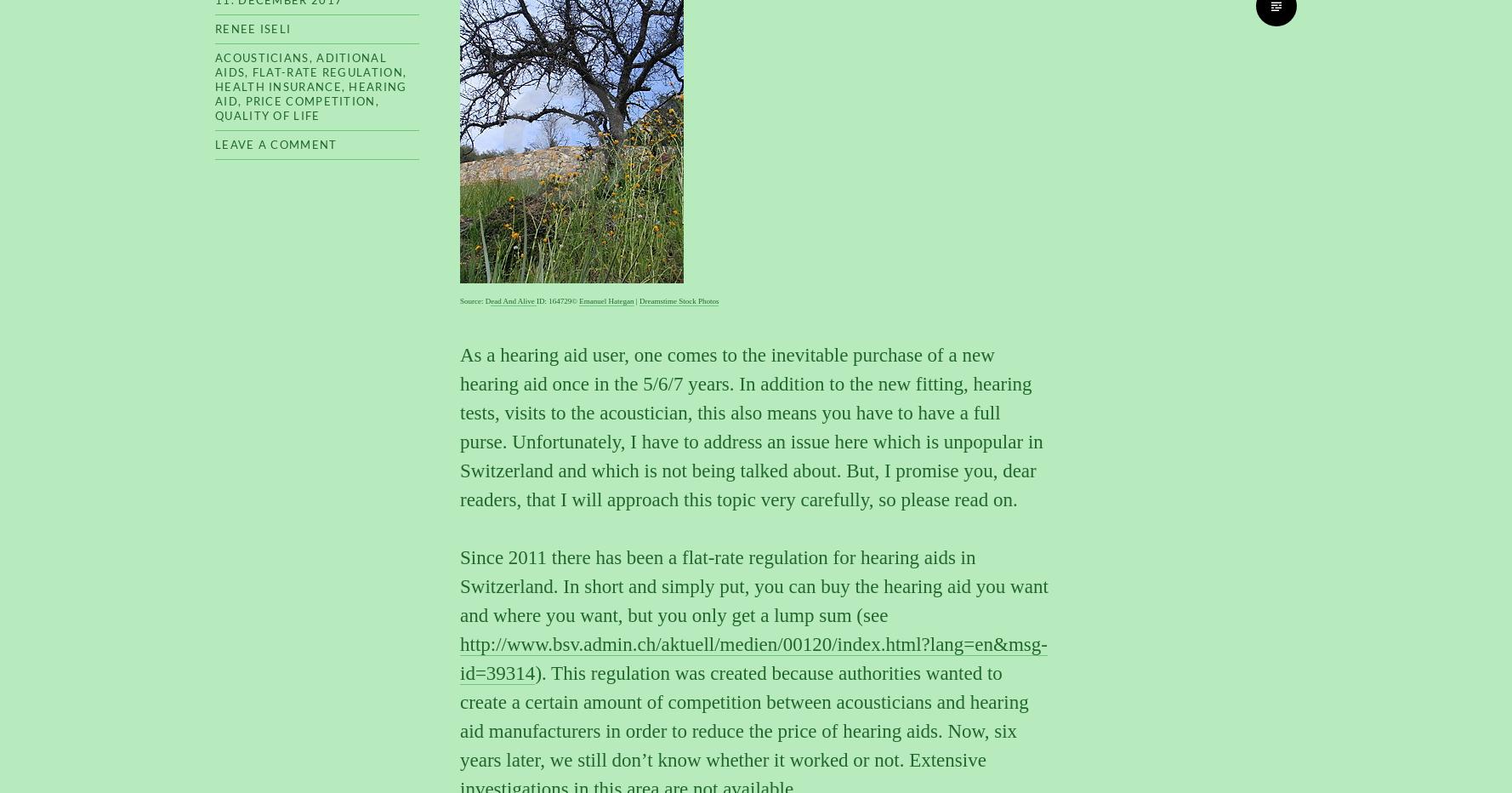  Describe the element at coordinates (472, 300) in the screenshot. I see `'Source:'` at that location.